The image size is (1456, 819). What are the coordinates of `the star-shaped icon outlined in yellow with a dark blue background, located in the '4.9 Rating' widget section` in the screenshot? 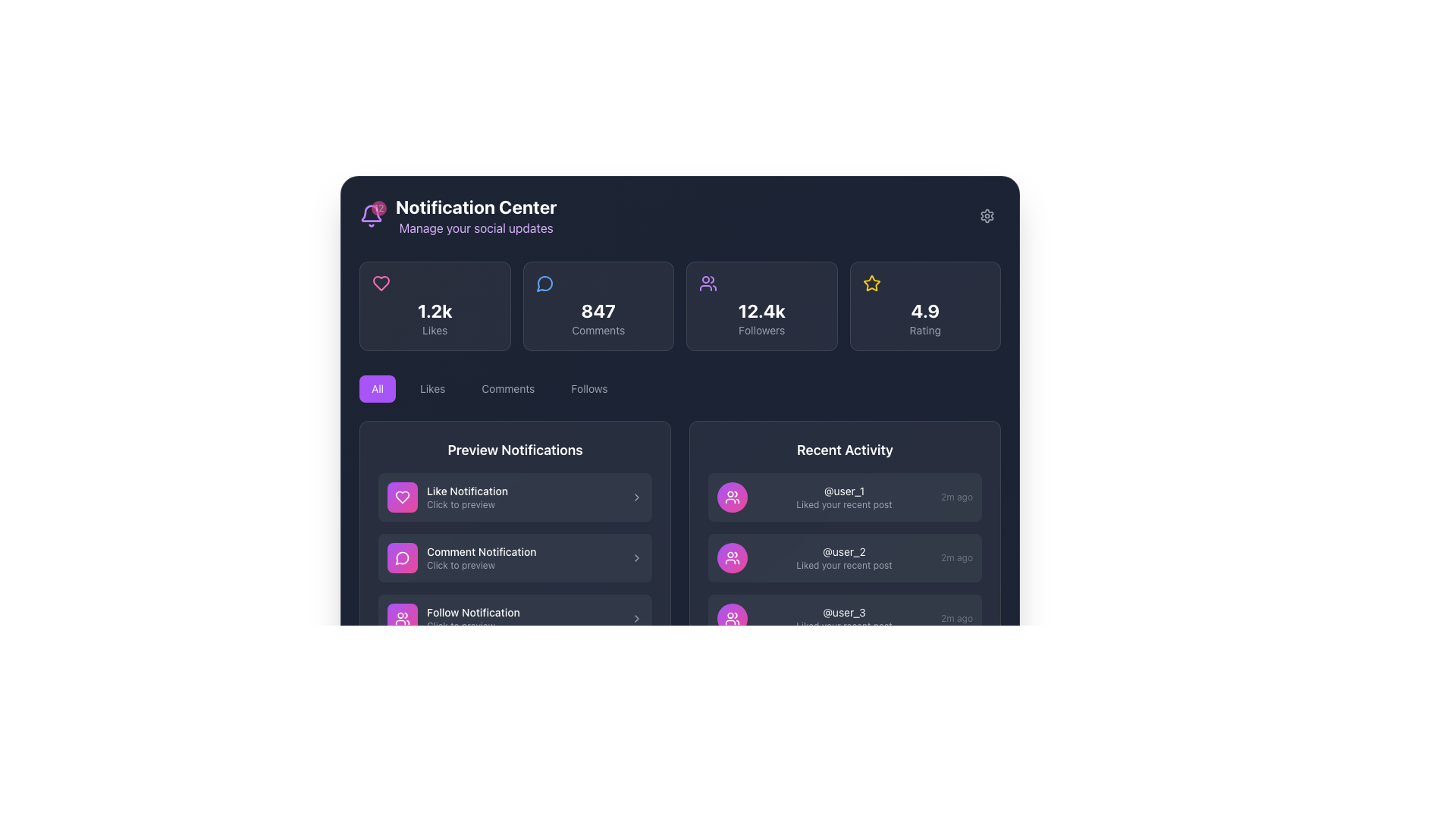 It's located at (871, 284).